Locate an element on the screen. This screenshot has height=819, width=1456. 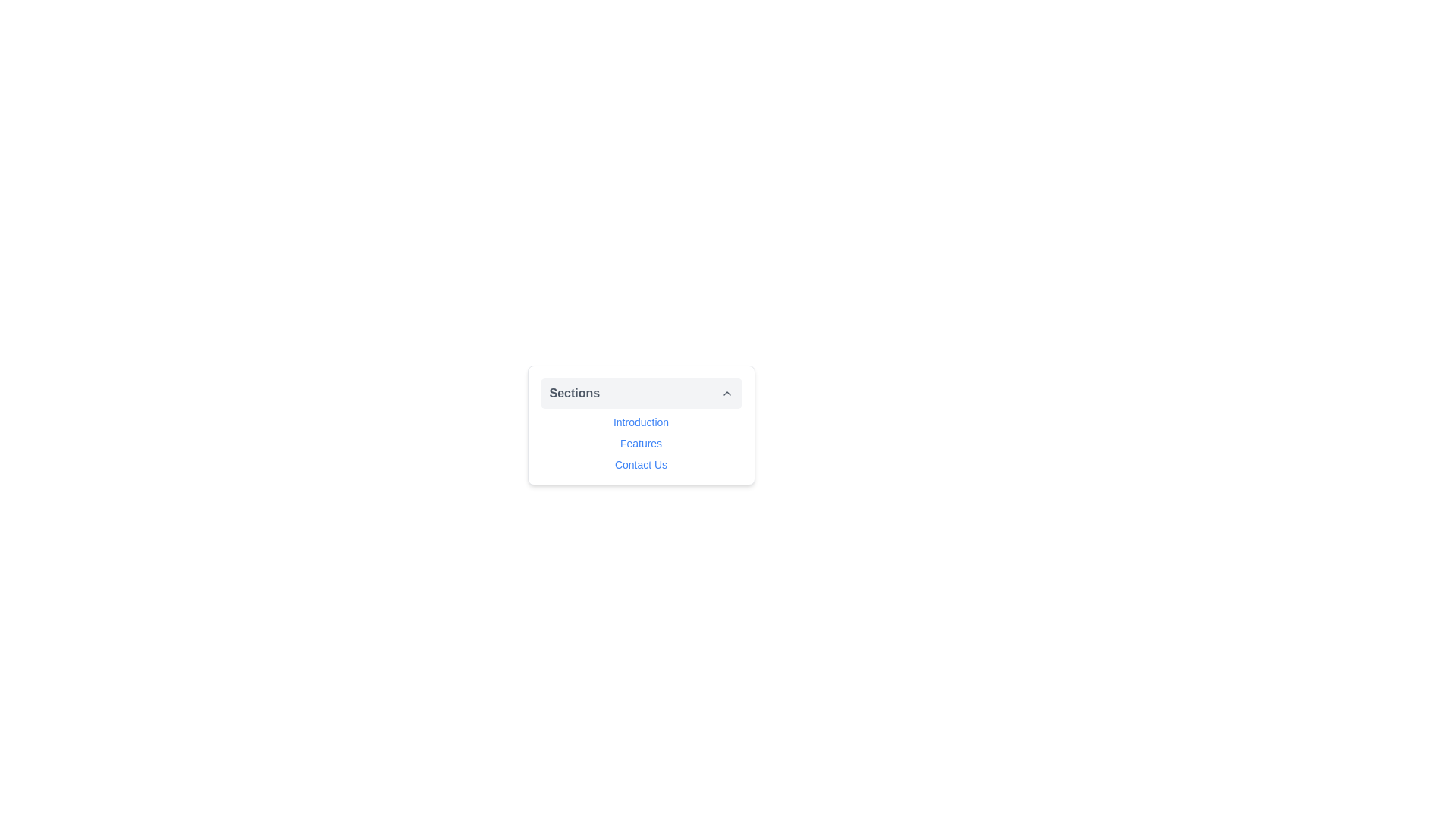
the 'Introduction' label element, which is the first item in a vertical list styled with a small font size, medium weight, and colored blue is located at coordinates (641, 422).